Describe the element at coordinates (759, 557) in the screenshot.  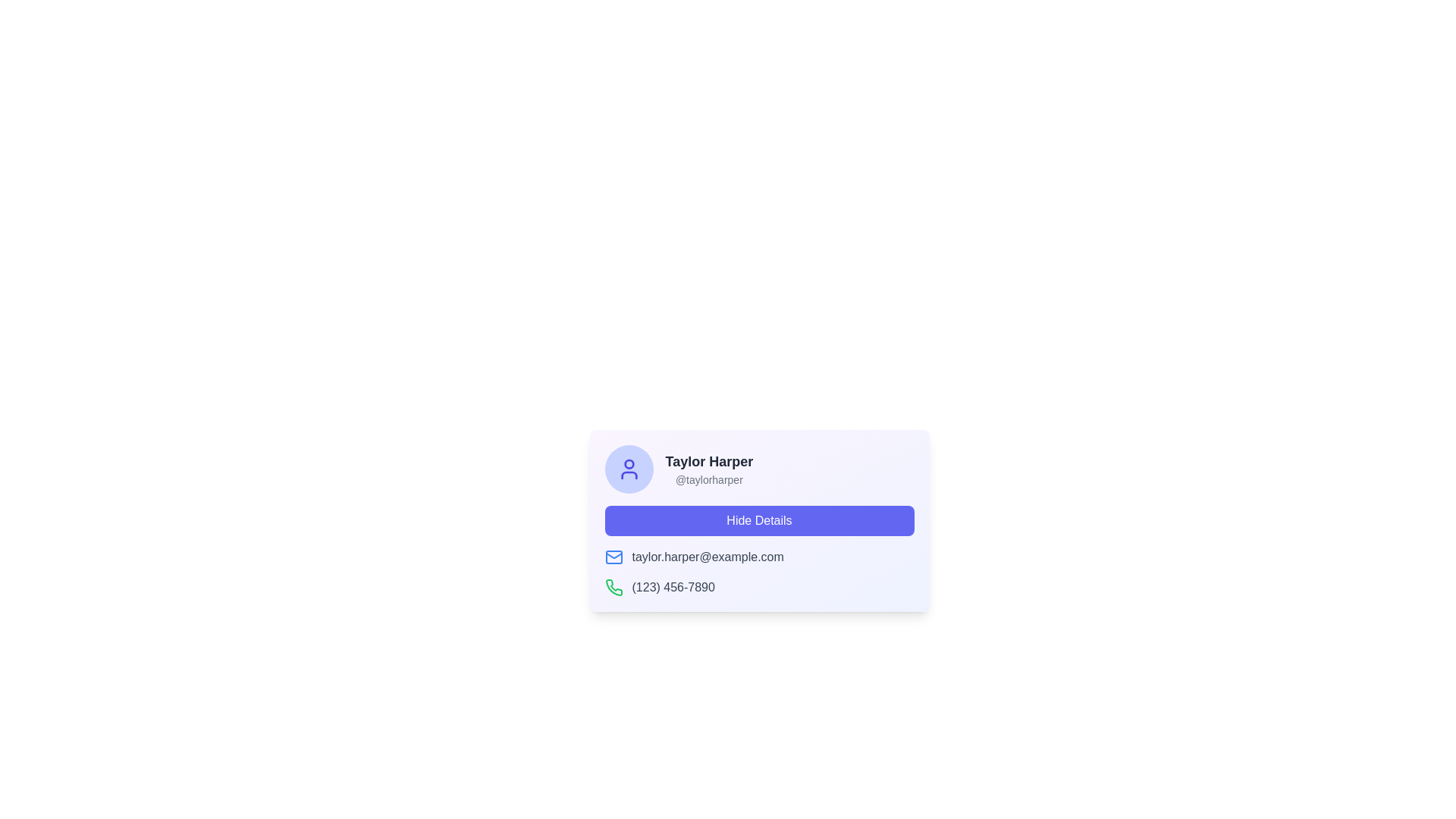
I see `the first row in the user details section of the card that contains the blue envelope icon and the email 'taylor.harper@example.com'` at that location.